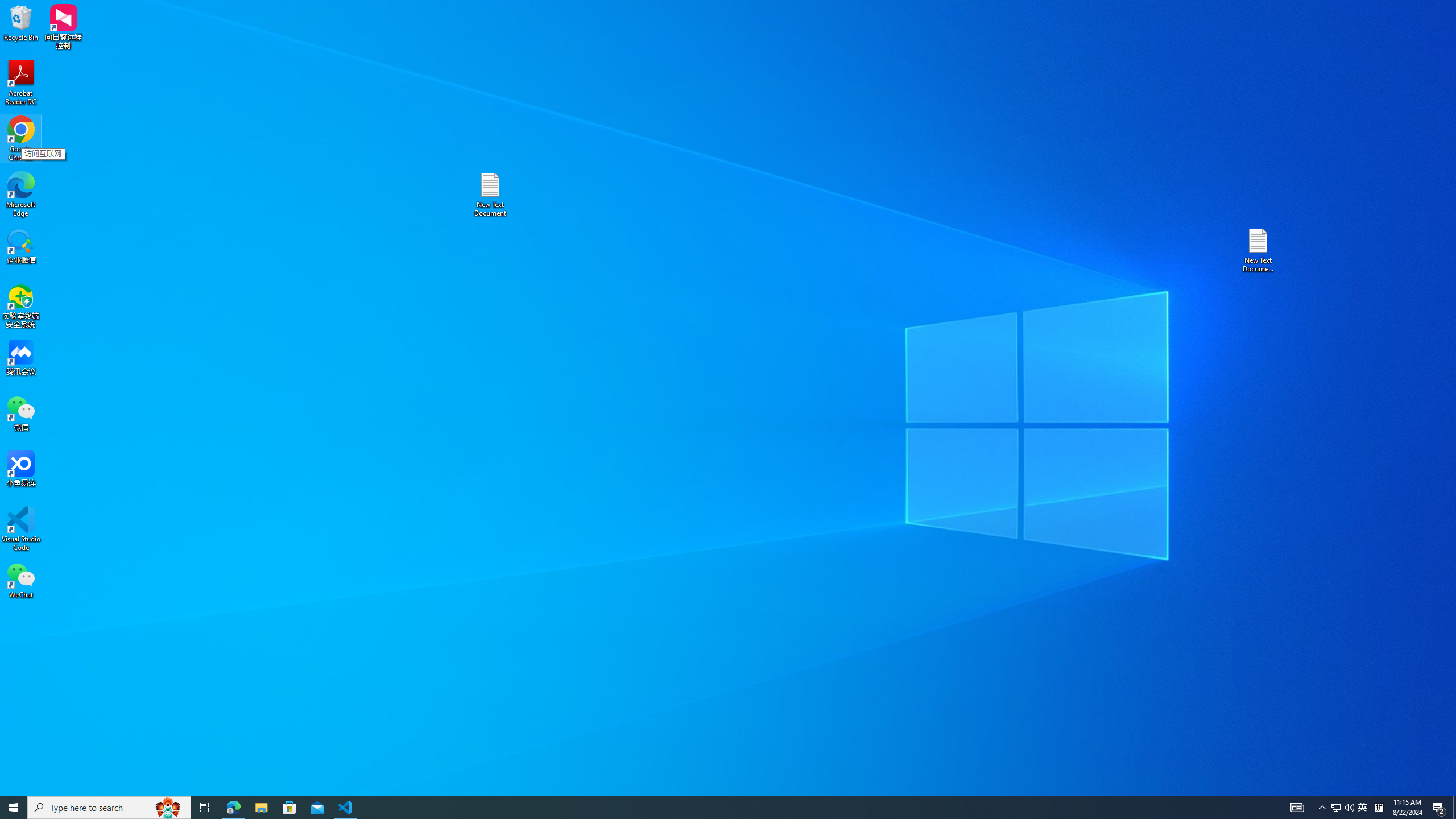 The width and height of the screenshot is (1456, 819). I want to click on 'AutomationID: 4105', so click(1296, 806).